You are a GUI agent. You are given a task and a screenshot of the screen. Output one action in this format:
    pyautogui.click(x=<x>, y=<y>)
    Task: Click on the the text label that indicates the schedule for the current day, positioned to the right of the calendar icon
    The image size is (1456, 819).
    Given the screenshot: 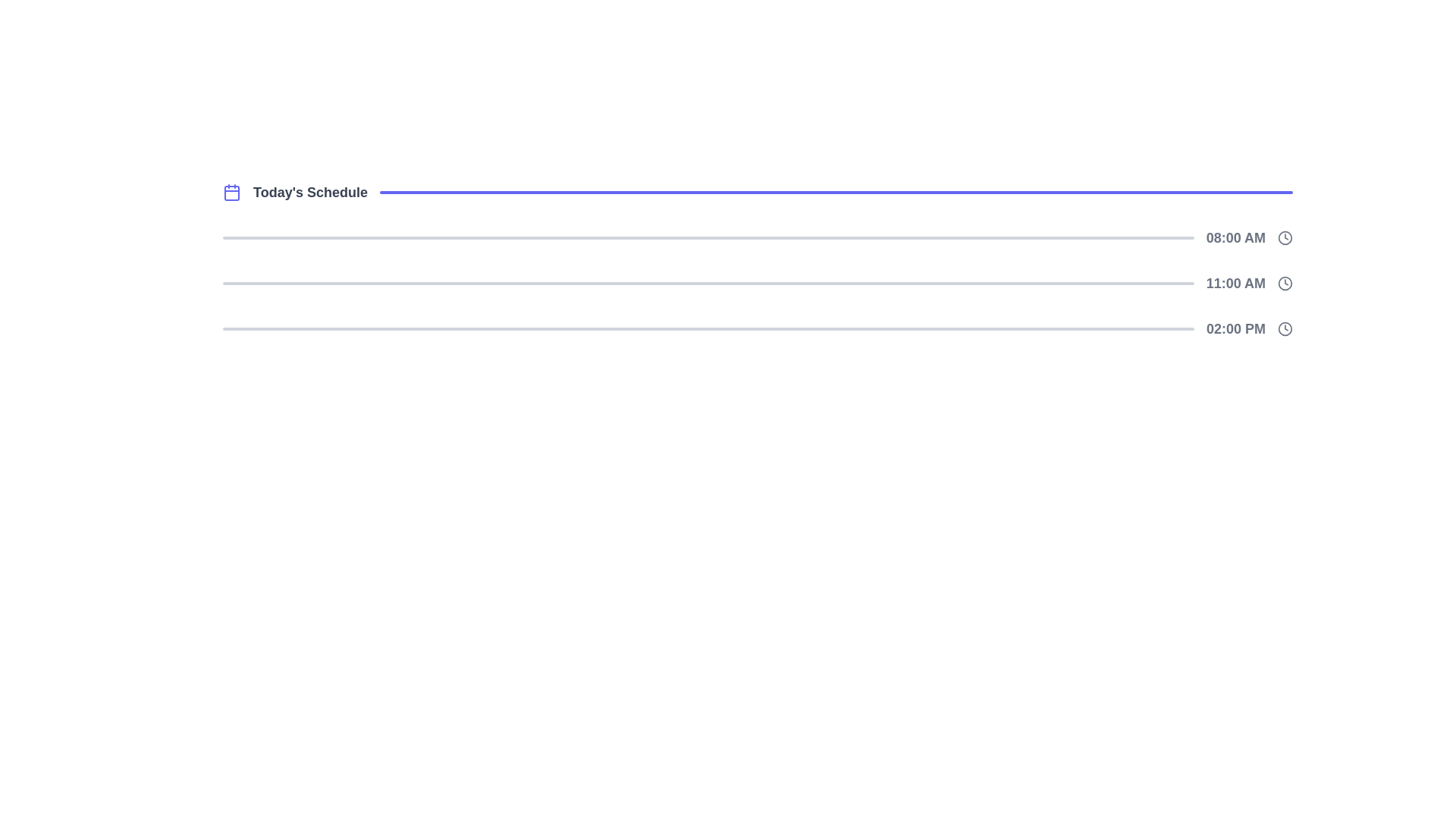 What is the action you would take?
    pyautogui.click(x=309, y=192)
    